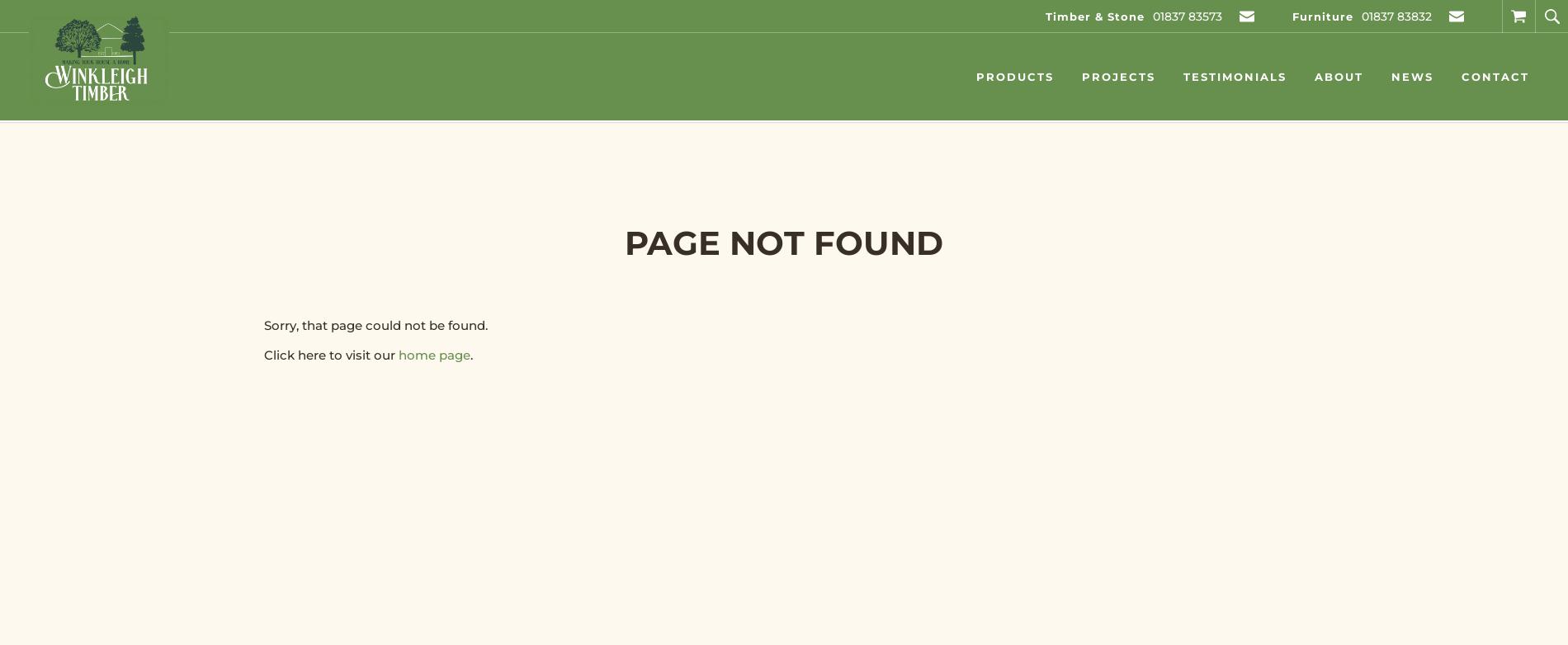 The image size is (1568, 645). I want to click on 'Contact', so click(1495, 76).